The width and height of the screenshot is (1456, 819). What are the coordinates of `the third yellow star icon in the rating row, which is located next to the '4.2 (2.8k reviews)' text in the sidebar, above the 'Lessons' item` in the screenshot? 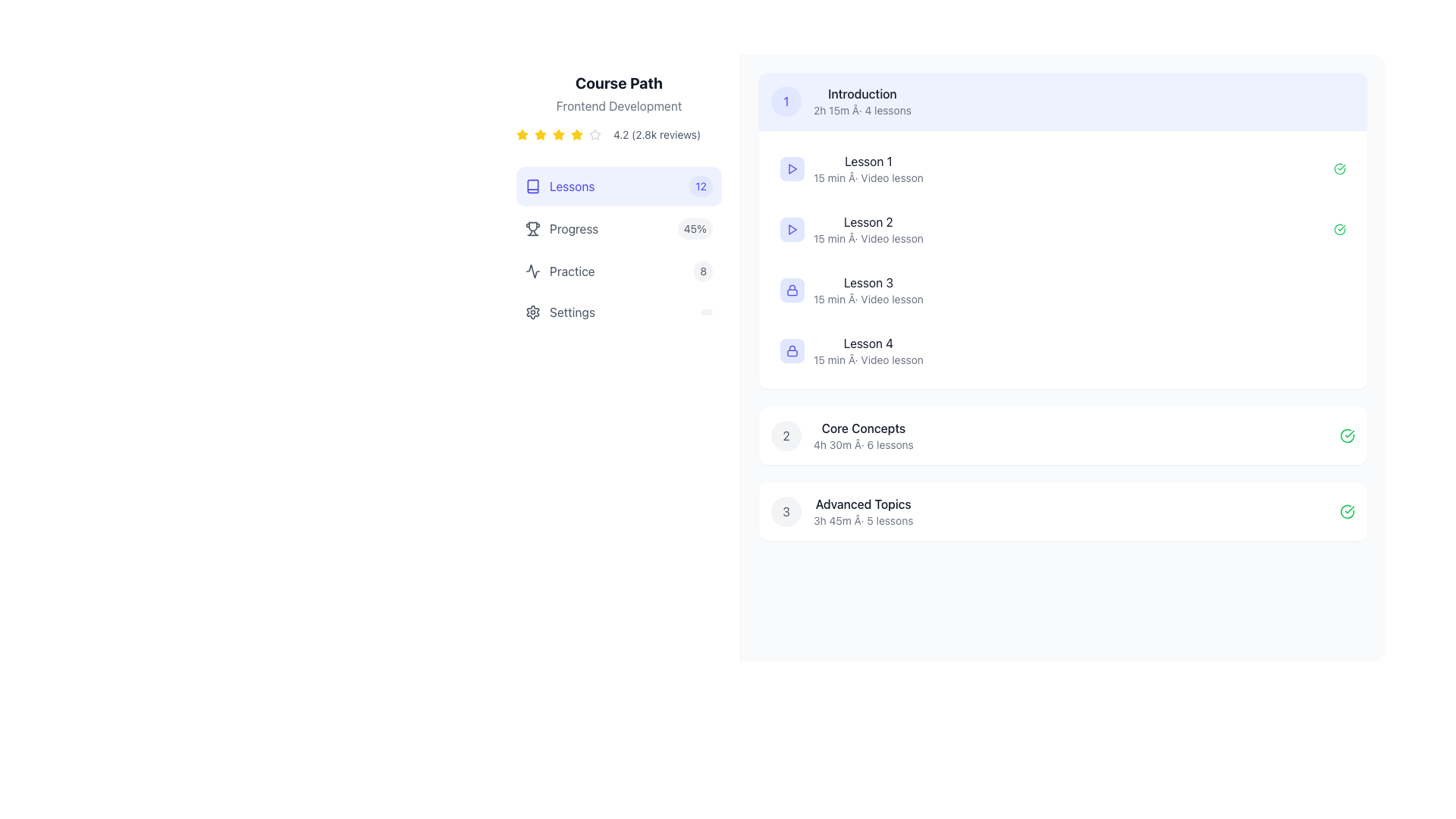 It's located at (541, 133).